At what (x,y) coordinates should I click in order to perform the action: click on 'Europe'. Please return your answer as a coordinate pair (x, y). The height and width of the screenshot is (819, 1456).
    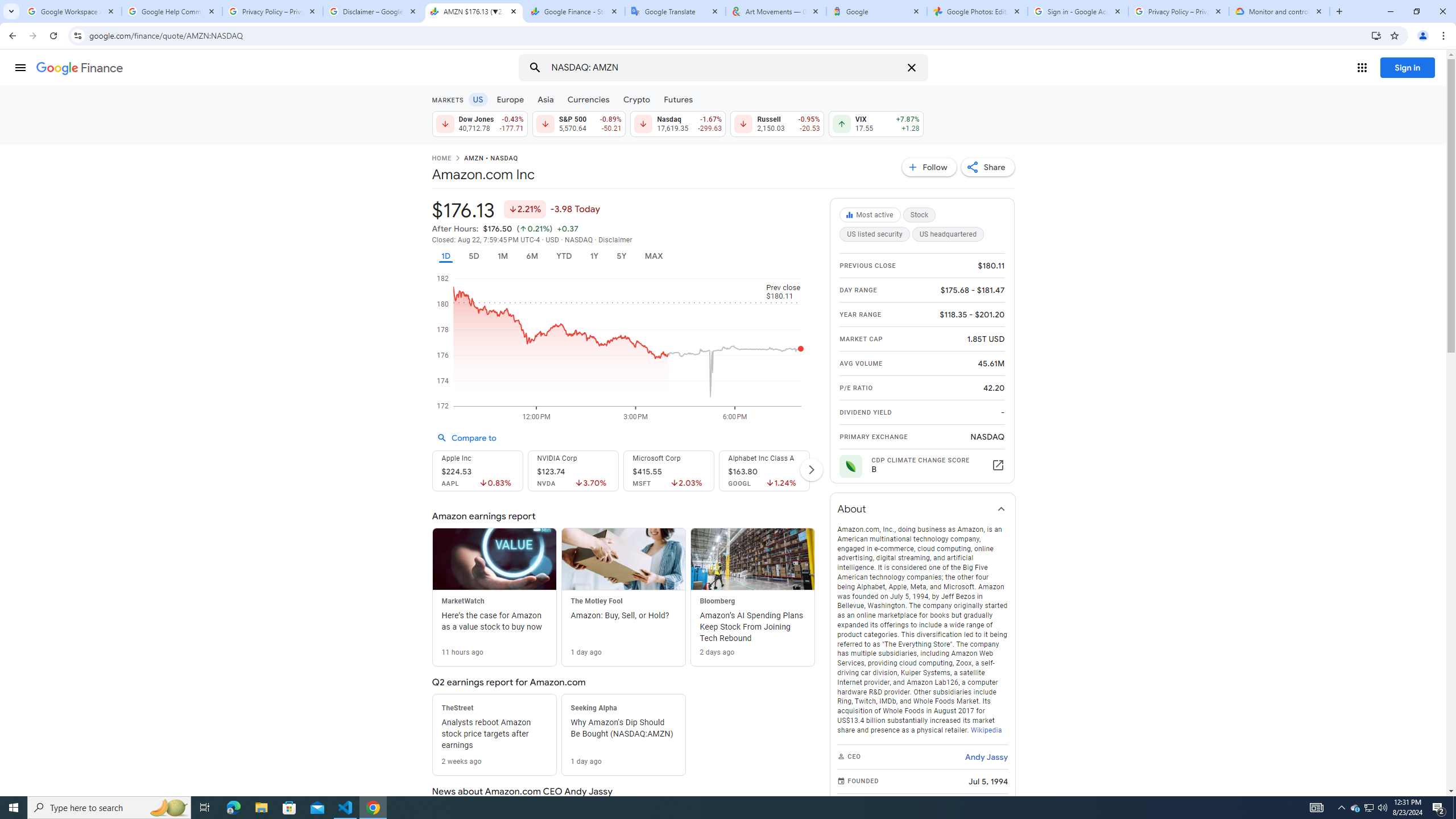
    Looking at the image, I should click on (510, 98).